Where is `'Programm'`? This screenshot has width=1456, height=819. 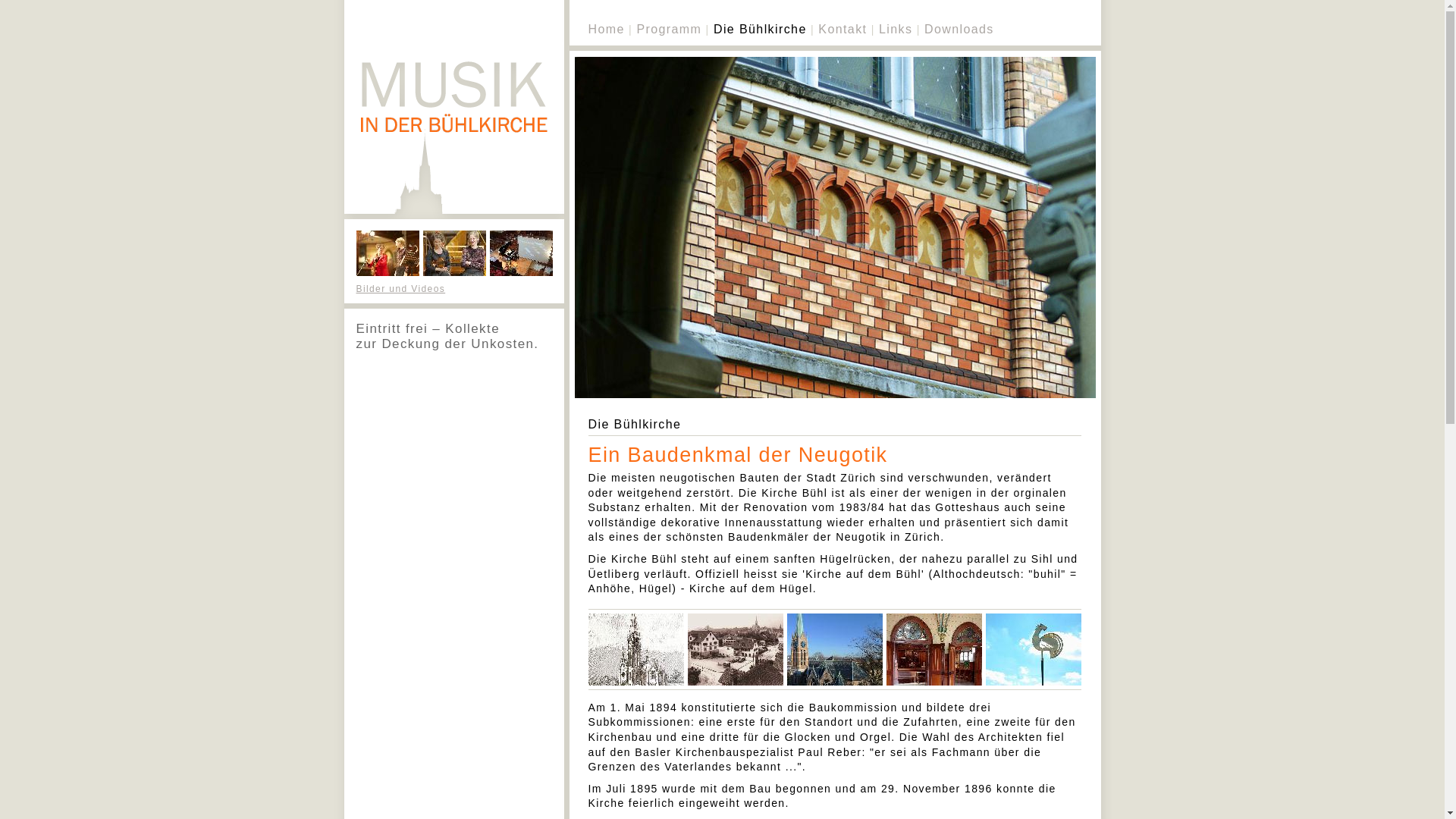 'Programm' is located at coordinates (636, 29).